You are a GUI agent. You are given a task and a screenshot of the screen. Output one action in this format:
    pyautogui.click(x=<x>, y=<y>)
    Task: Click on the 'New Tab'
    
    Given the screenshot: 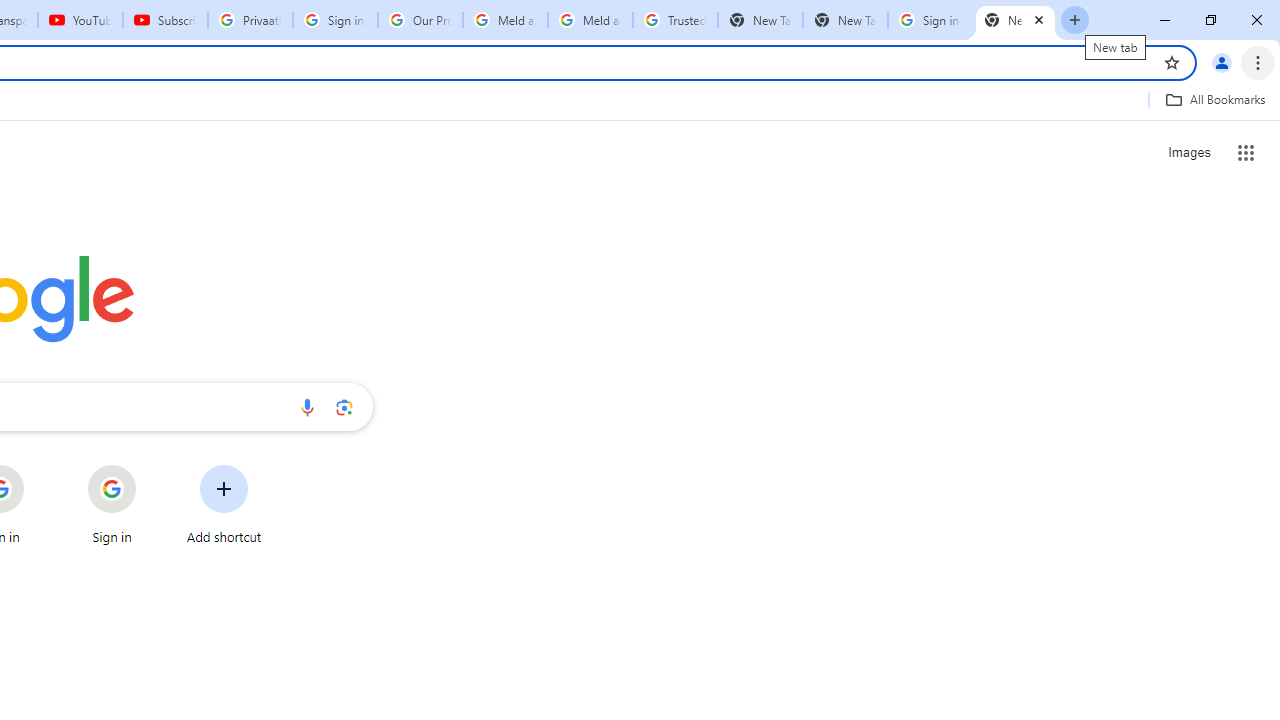 What is the action you would take?
    pyautogui.click(x=1015, y=20)
    